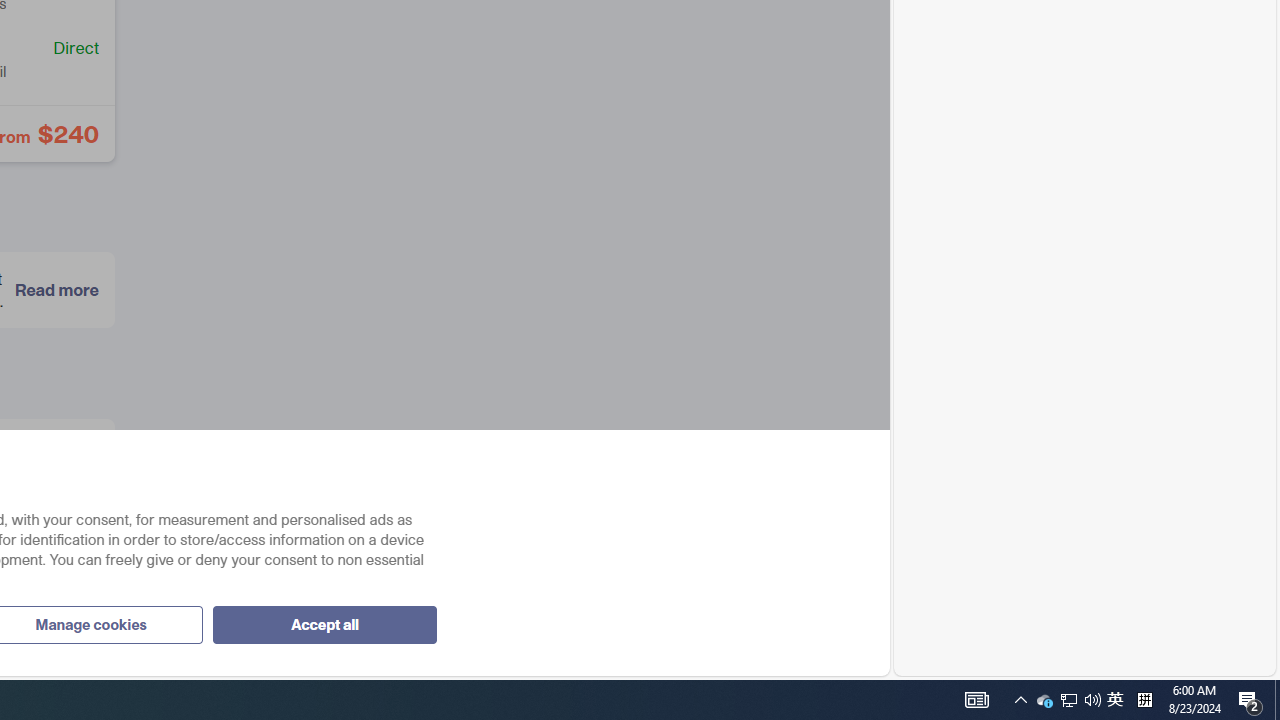  What do you see at coordinates (324, 623) in the screenshot?
I see `'Accept all'` at bounding box center [324, 623].